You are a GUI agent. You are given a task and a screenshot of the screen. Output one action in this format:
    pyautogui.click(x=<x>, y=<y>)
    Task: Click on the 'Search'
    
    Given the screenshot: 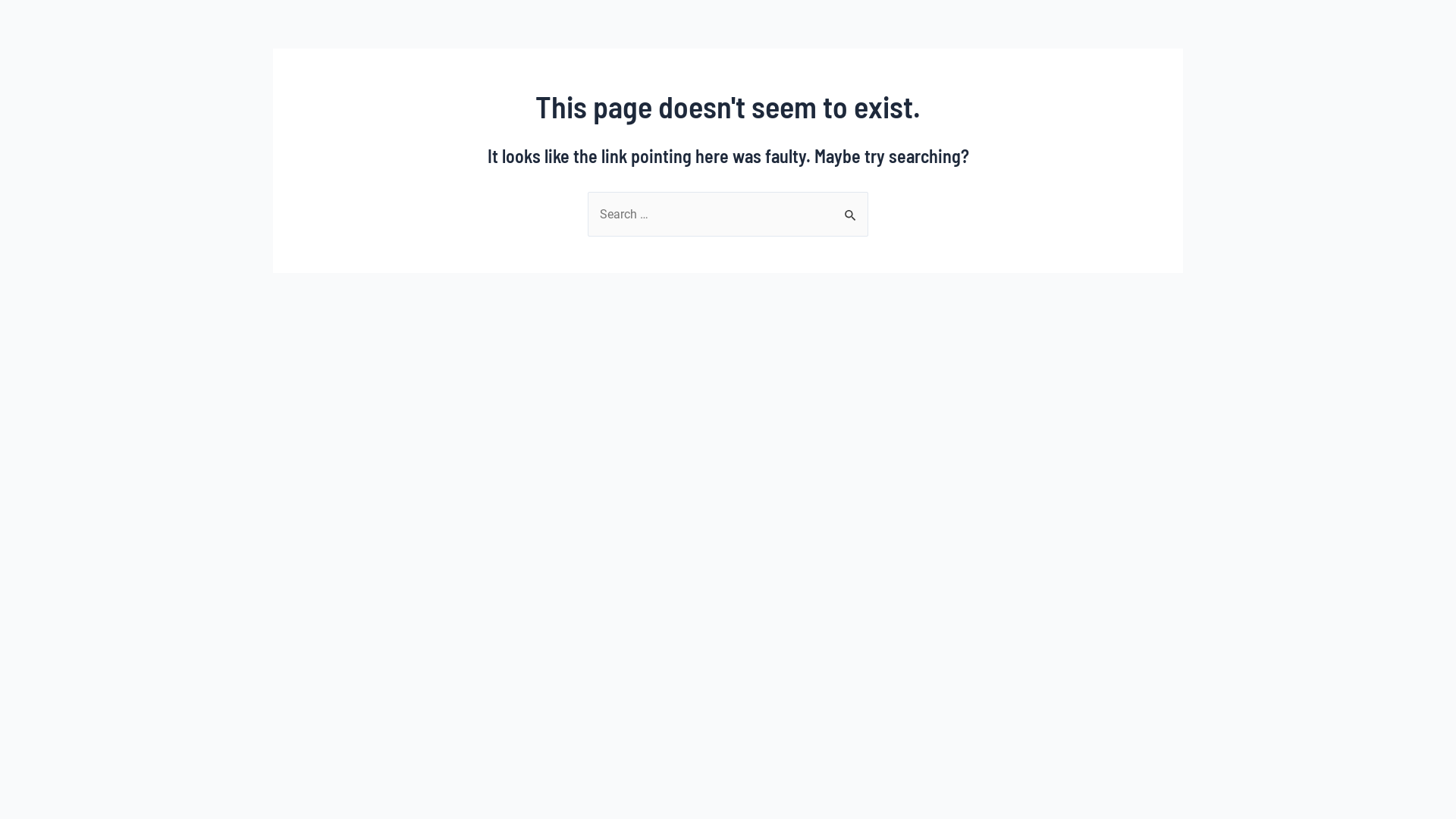 What is the action you would take?
    pyautogui.click(x=851, y=207)
    